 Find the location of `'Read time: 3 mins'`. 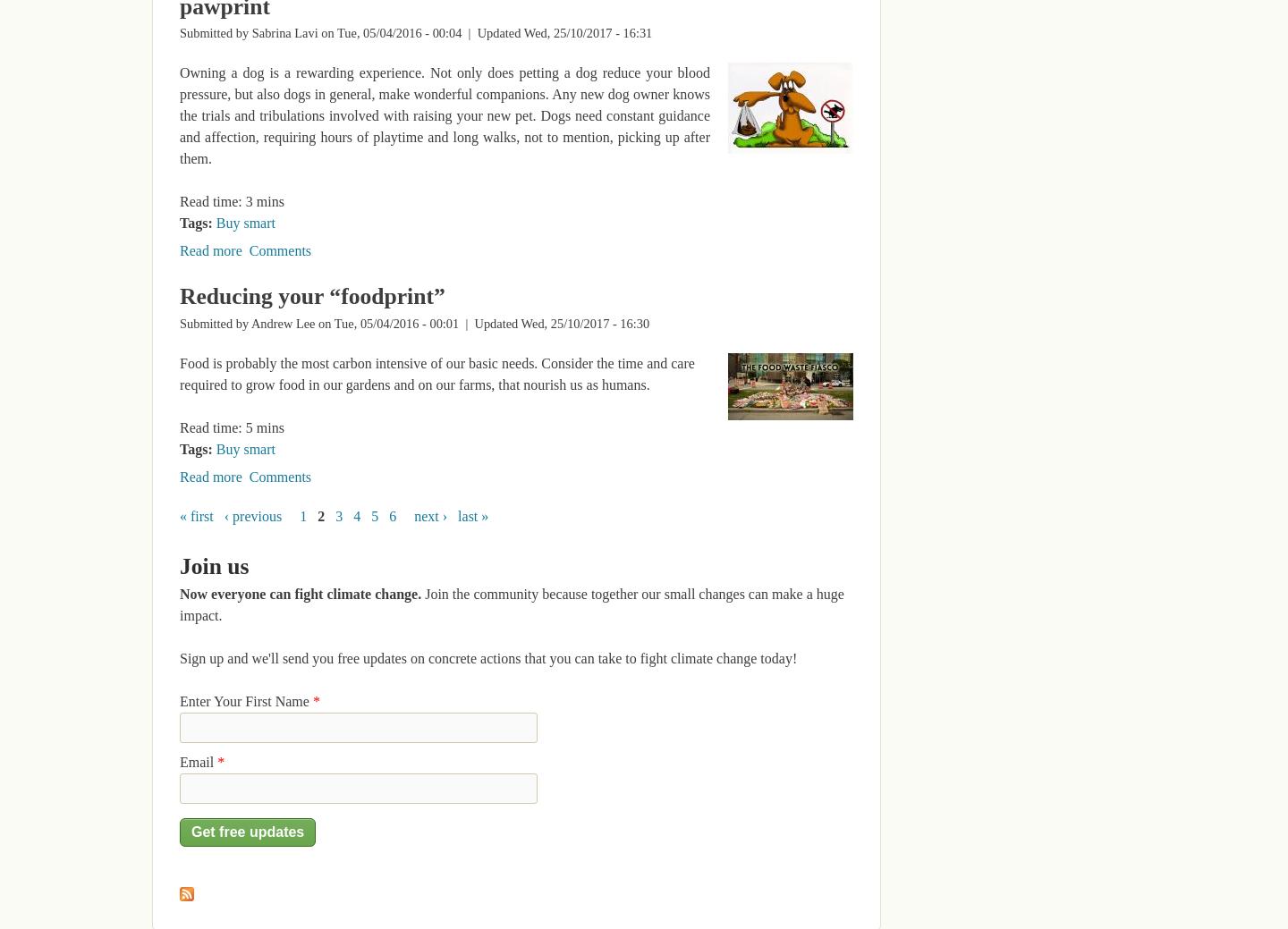

'Read time: 3 mins' is located at coordinates (231, 201).